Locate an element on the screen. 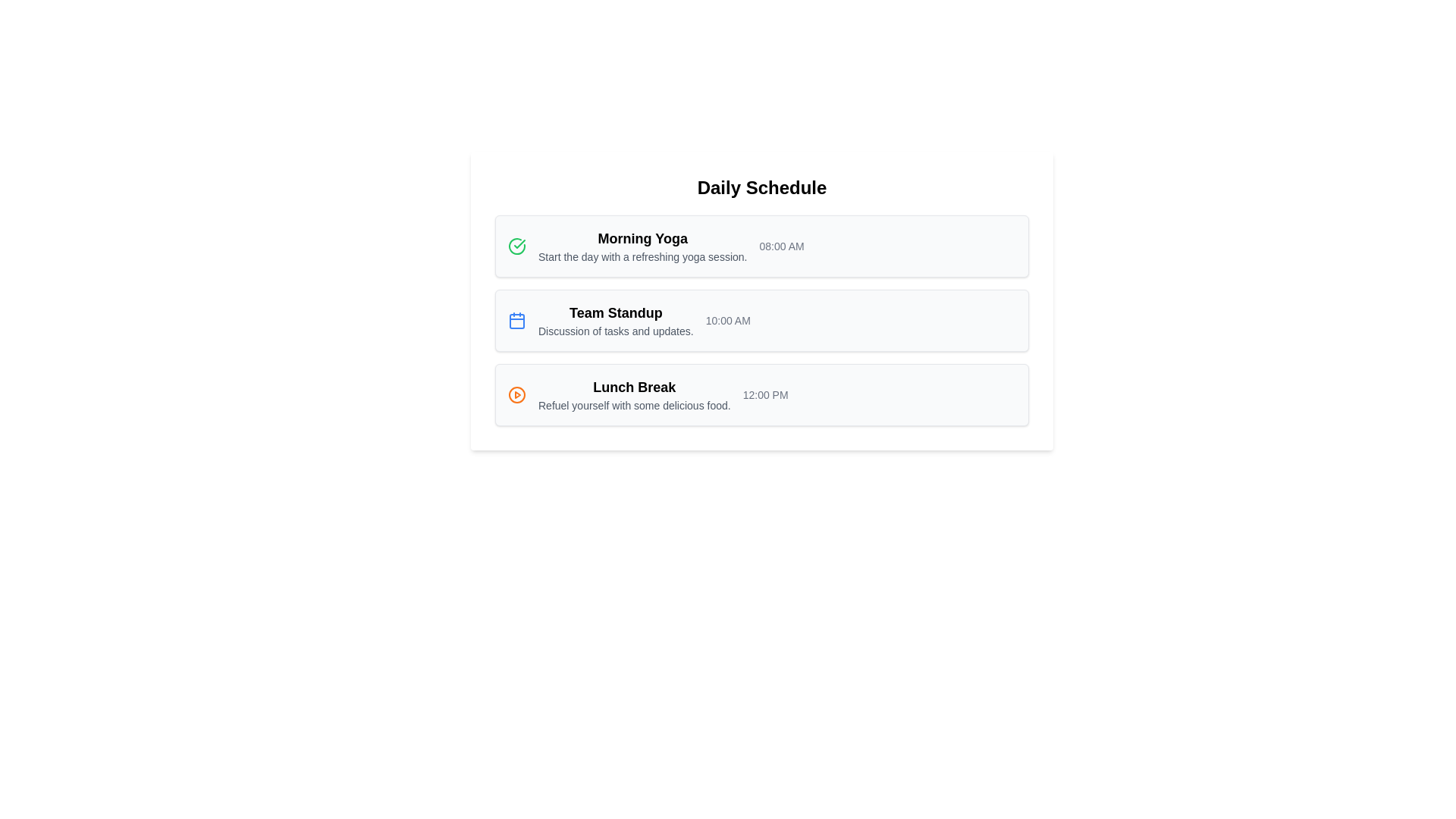 The width and height of the screenshot is (1456, 819). details of the event titled 'Morning Yoga', which includes a description of 'Start the day with a refreshing yoga session.' and the time '08:00 AM', located in the first item of the Daily Schedule list is located at coordinates (761, 245).